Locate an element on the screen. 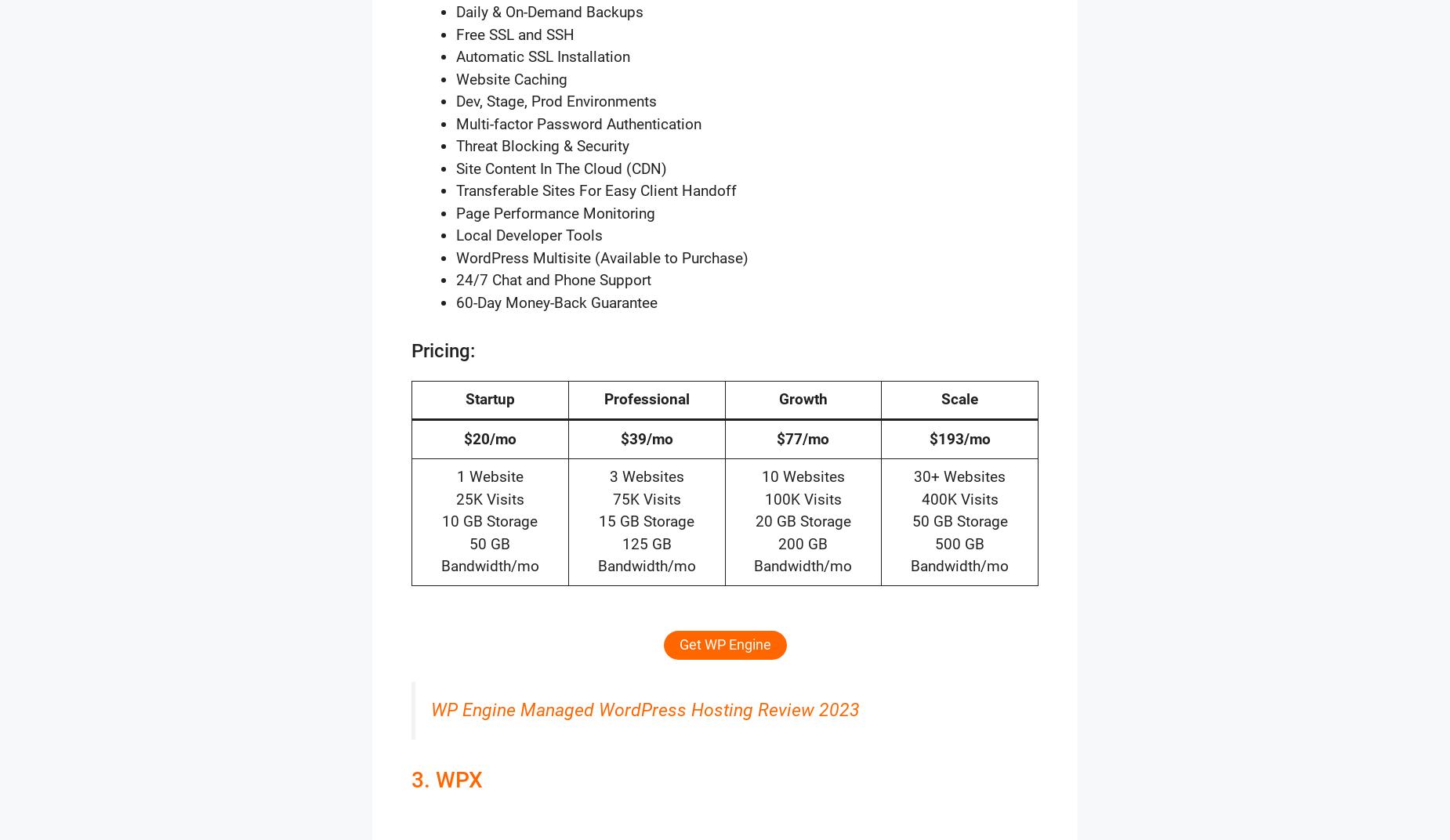  'Professional' is located at coordinates (646, 399).